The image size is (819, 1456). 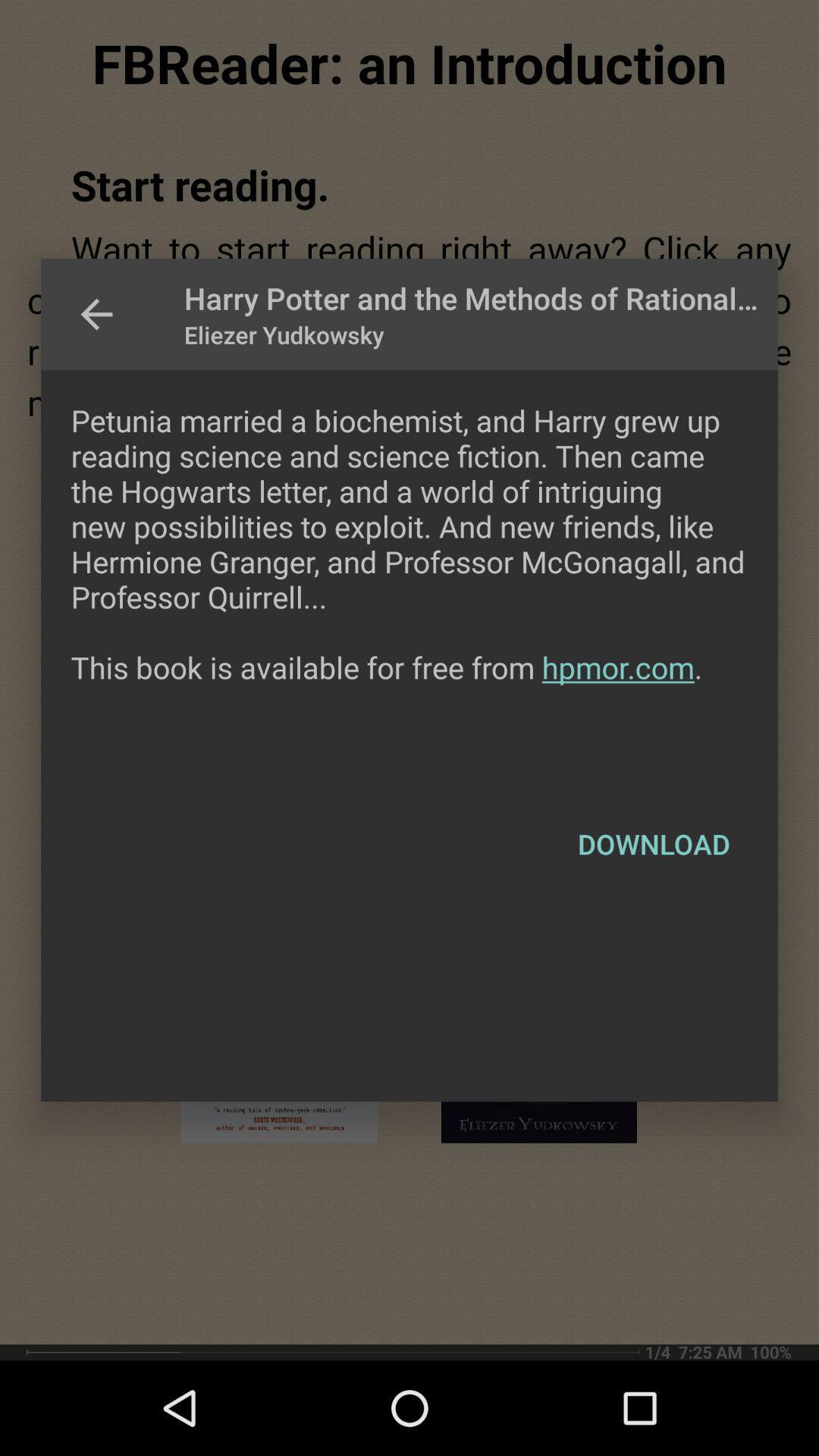 I want to click on the item below the petunia married a, so click(x=653, y=843).